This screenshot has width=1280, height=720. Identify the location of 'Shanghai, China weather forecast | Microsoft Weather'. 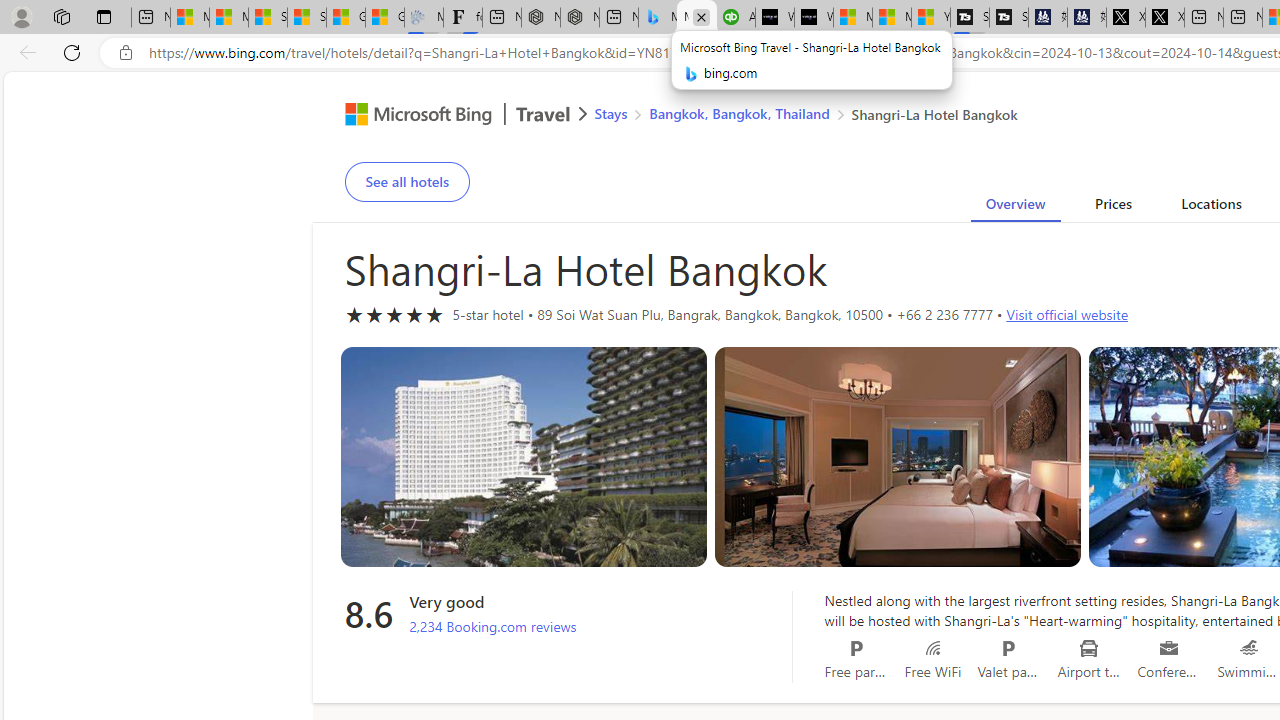
(306, 17).